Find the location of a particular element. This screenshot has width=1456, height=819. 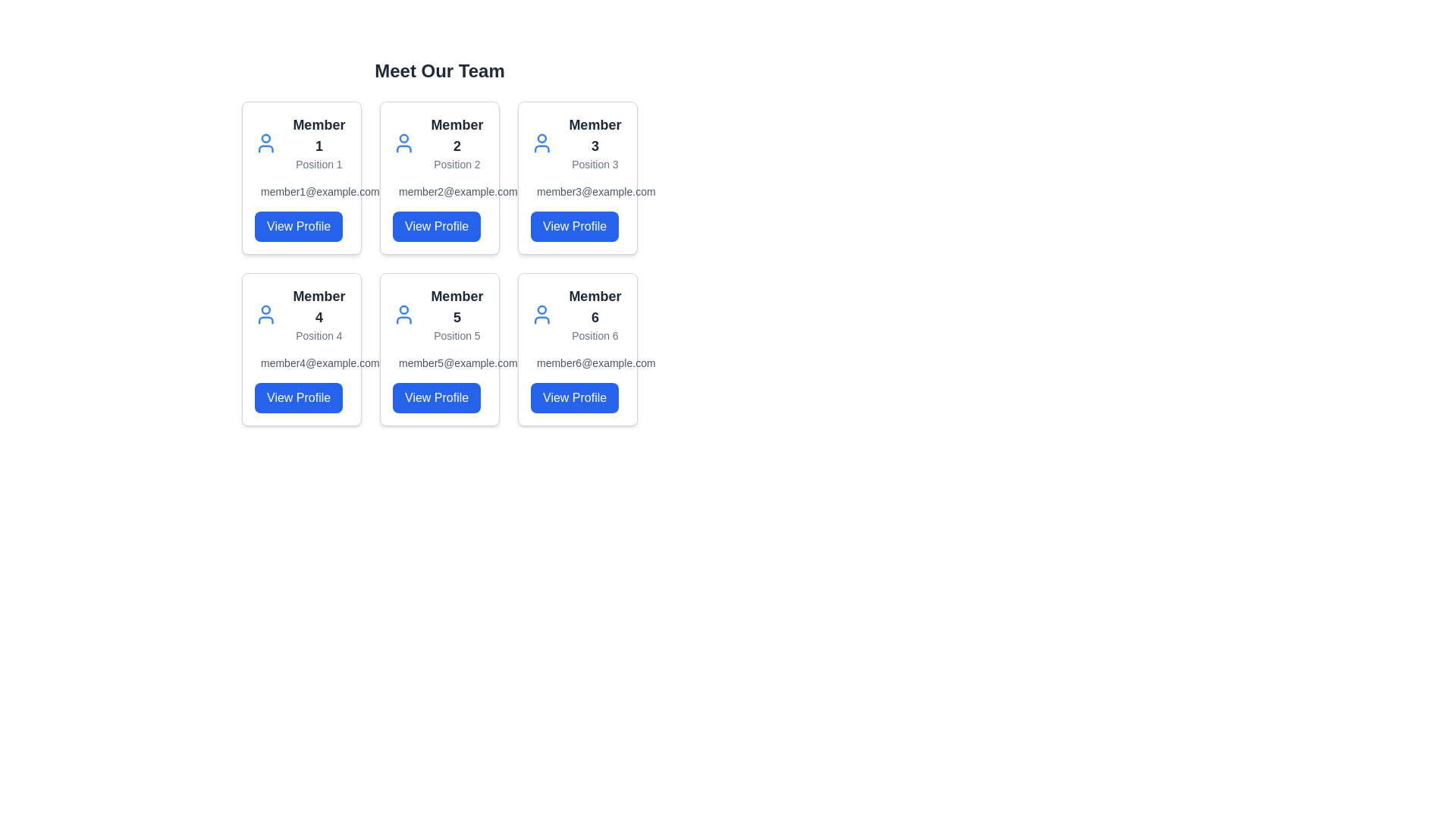

the 'View Profile' button for 'Member 3' to observe visual changes is located at coordinates (574, 227).